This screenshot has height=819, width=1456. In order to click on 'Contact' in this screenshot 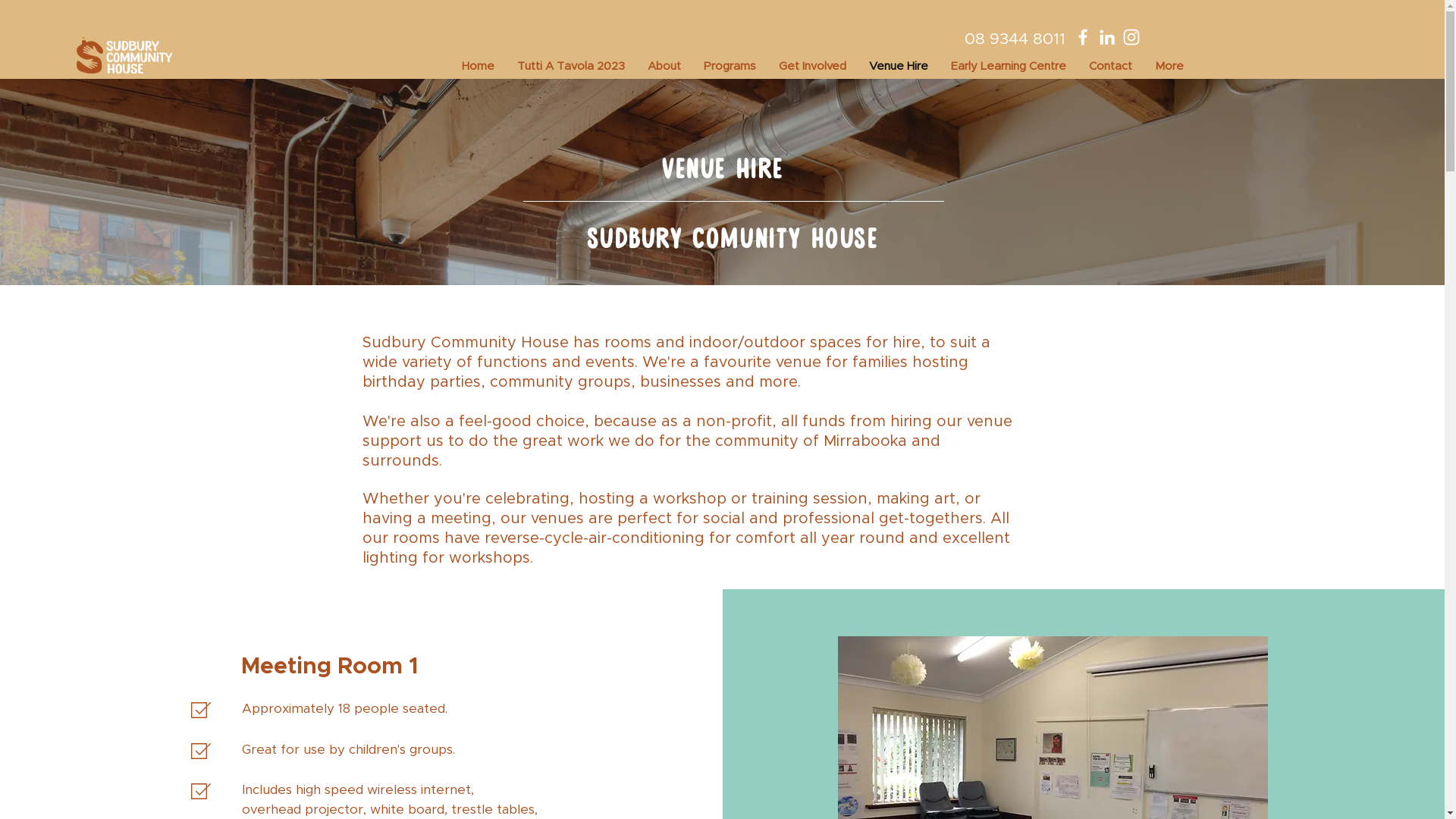, I will do `click(1110, 66)`.